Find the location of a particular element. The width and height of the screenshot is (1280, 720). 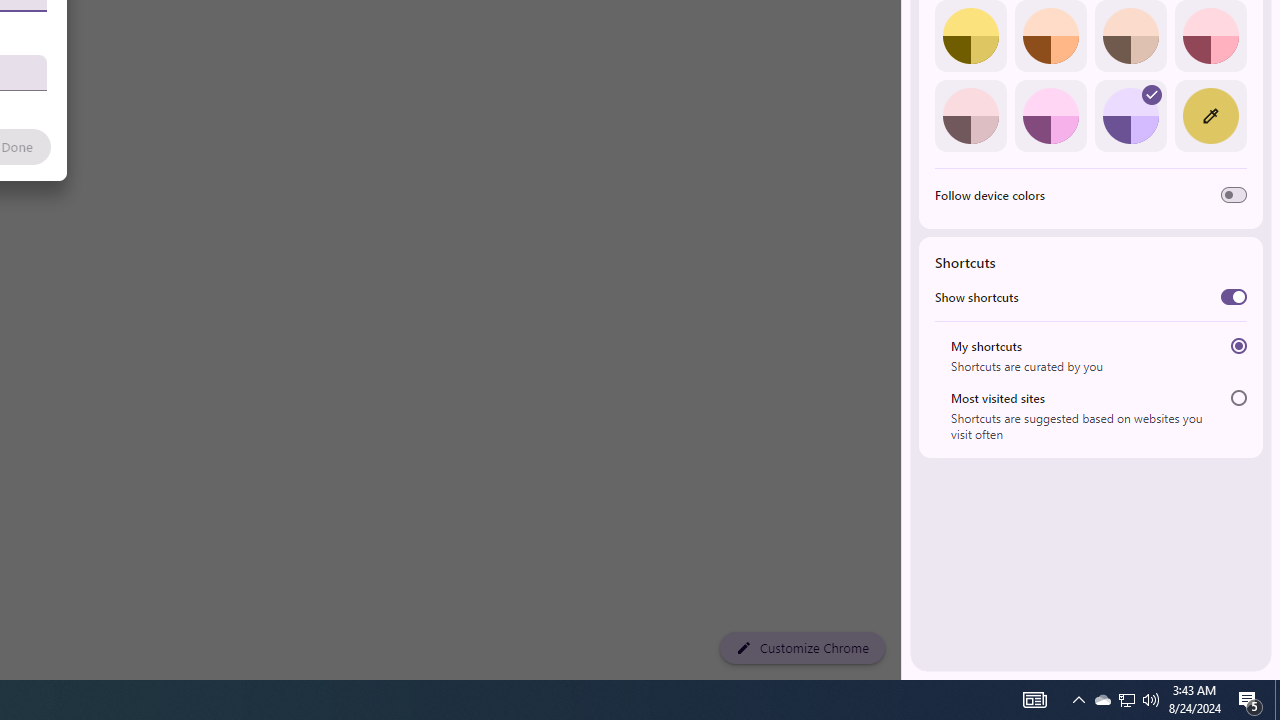

'Apricot' is located at coordinates (1130, 36).